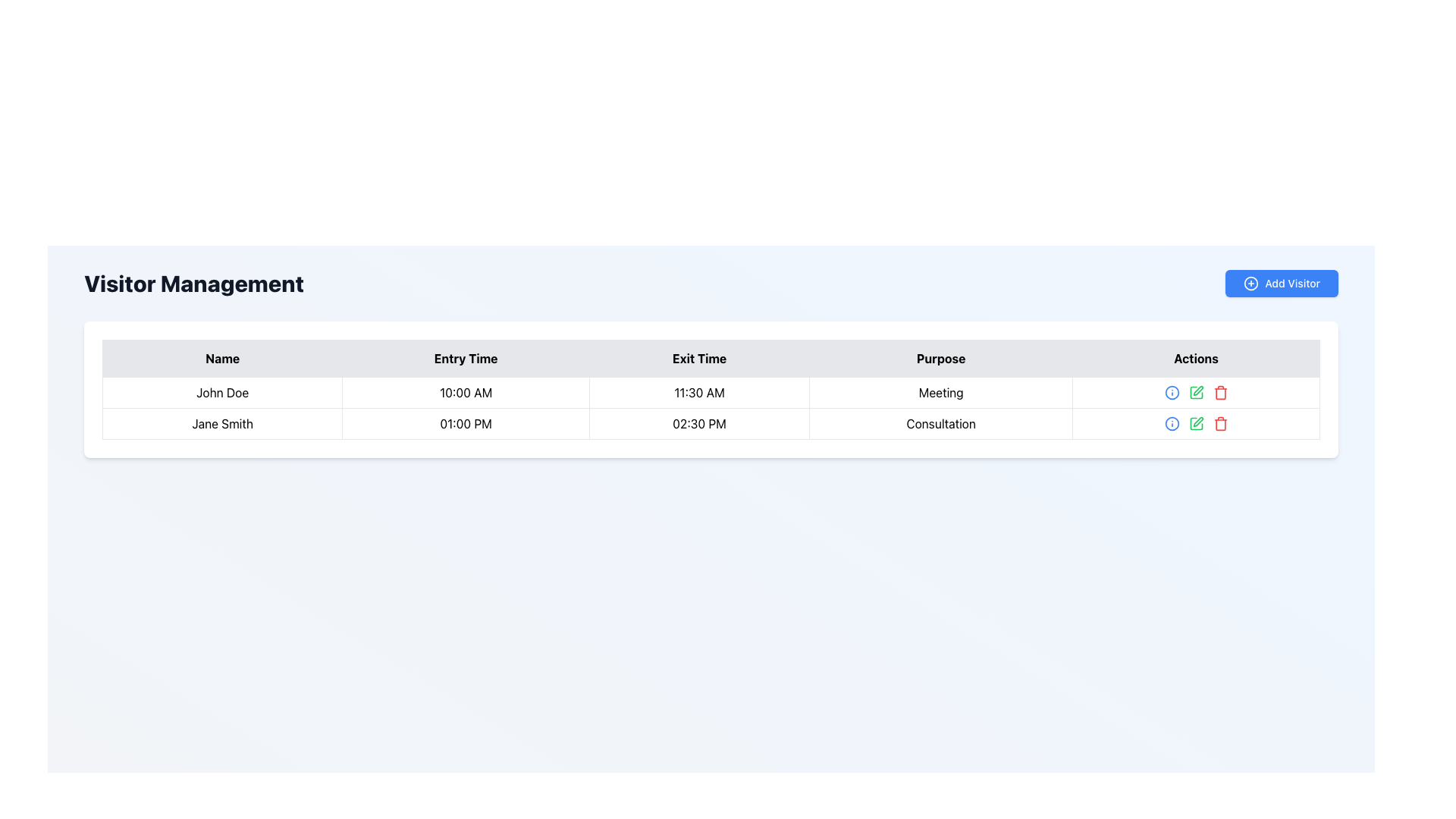  Describe the element at coordinates (710, 406) in the screenshot. I see `the table cell containing the exit time '11:30 AM' for the entry 'John Doe'` at that location.